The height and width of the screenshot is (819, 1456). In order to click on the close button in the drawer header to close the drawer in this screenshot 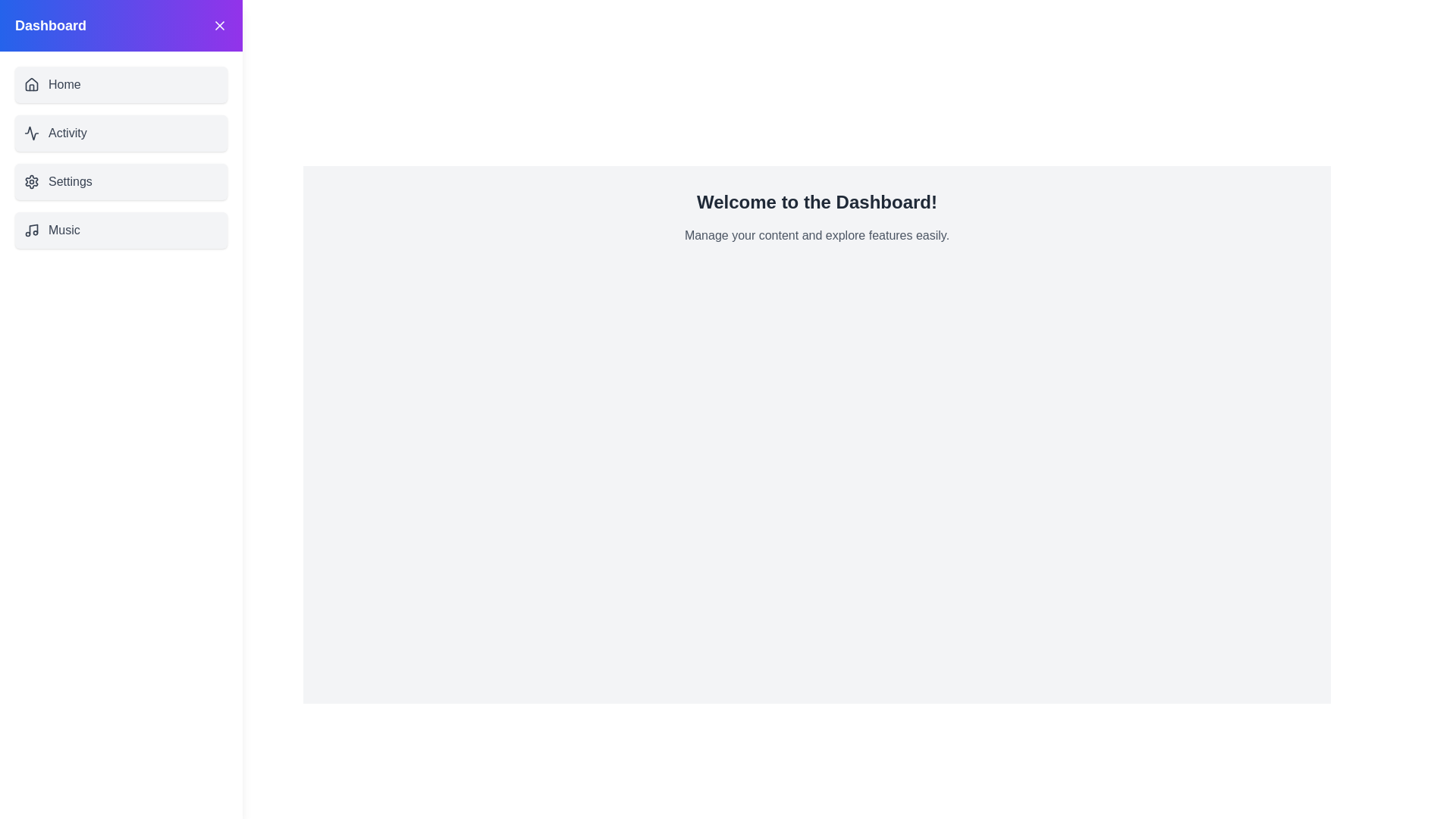, I will do `click(218, 26)`.